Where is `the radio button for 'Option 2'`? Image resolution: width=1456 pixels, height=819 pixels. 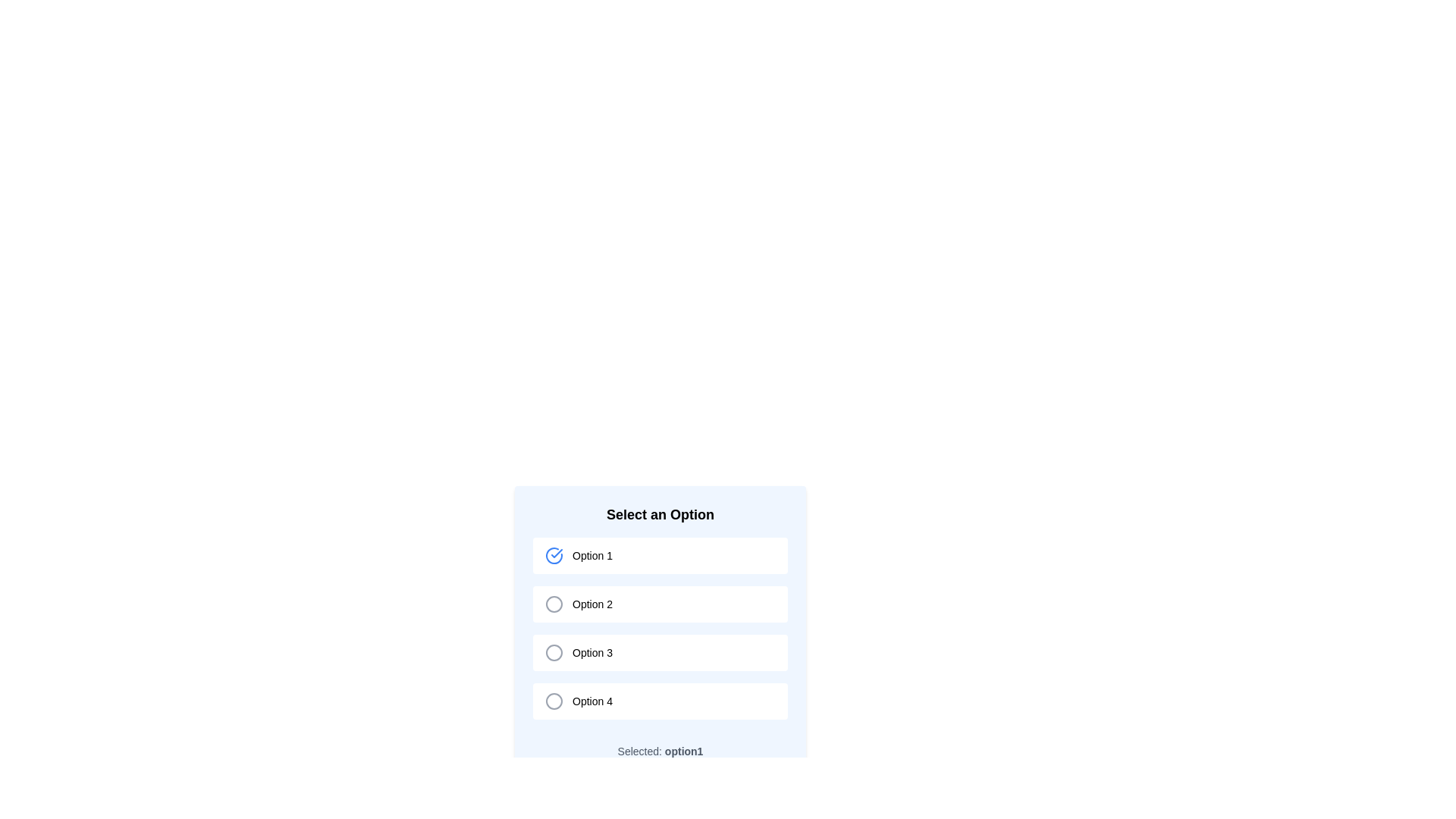
the radio button for 'Option 2' is located at coordinates (553, 604).